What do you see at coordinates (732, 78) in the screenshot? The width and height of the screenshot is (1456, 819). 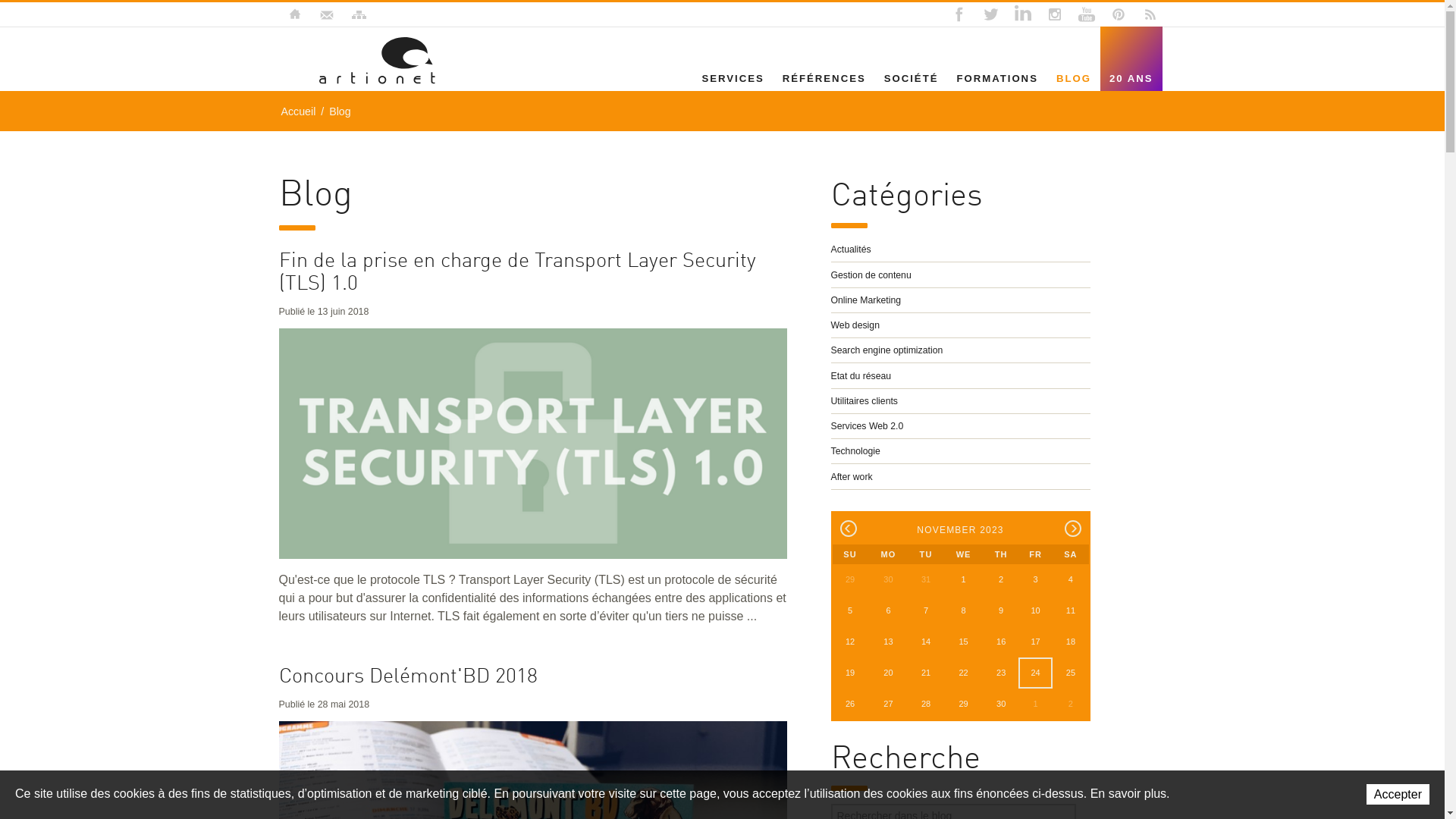 I see `'SERVICES'` at bounding box center [732, 78].